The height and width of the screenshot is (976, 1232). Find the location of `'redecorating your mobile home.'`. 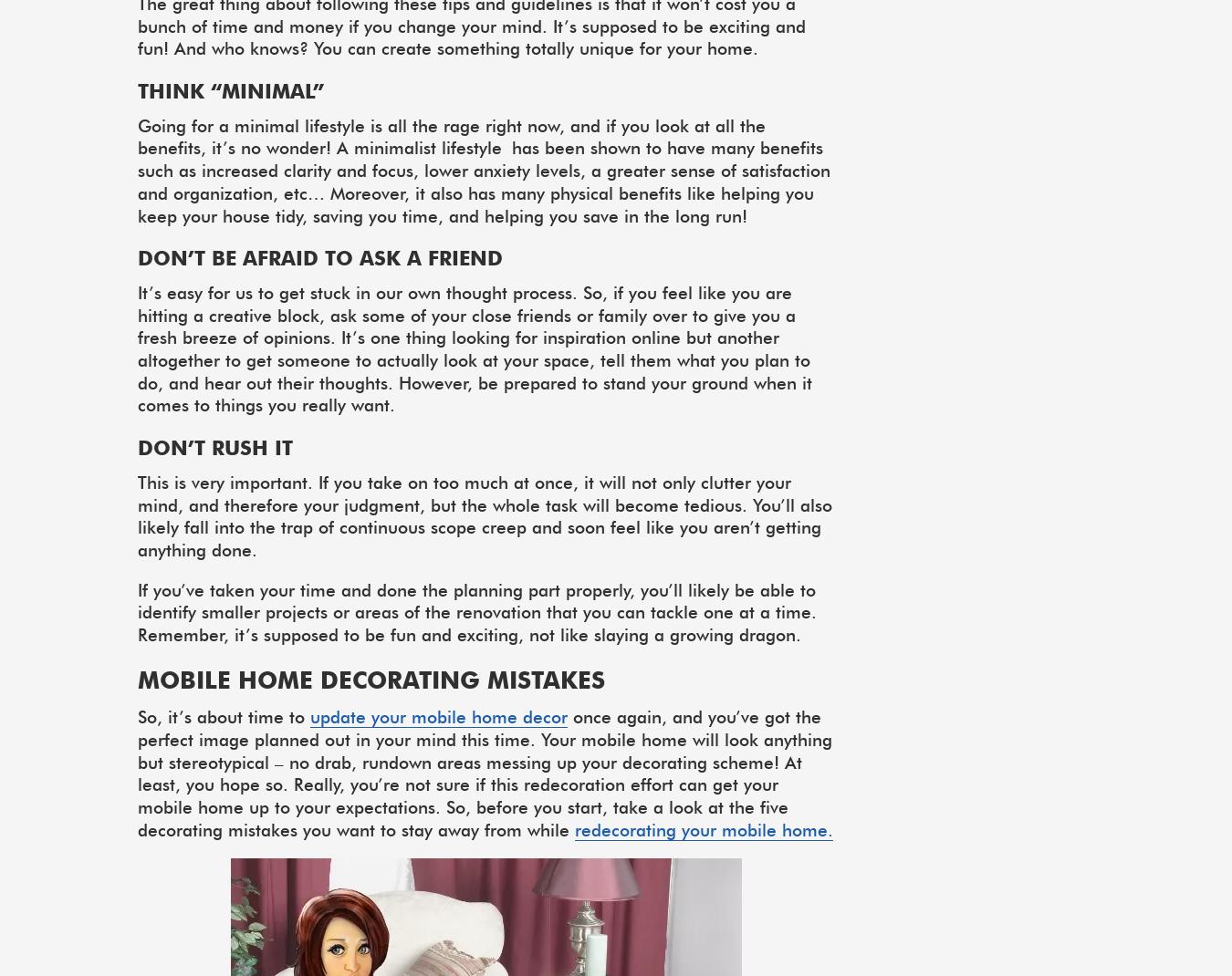

'redecorating your mobile home.' is located at coordinates (703, 827).